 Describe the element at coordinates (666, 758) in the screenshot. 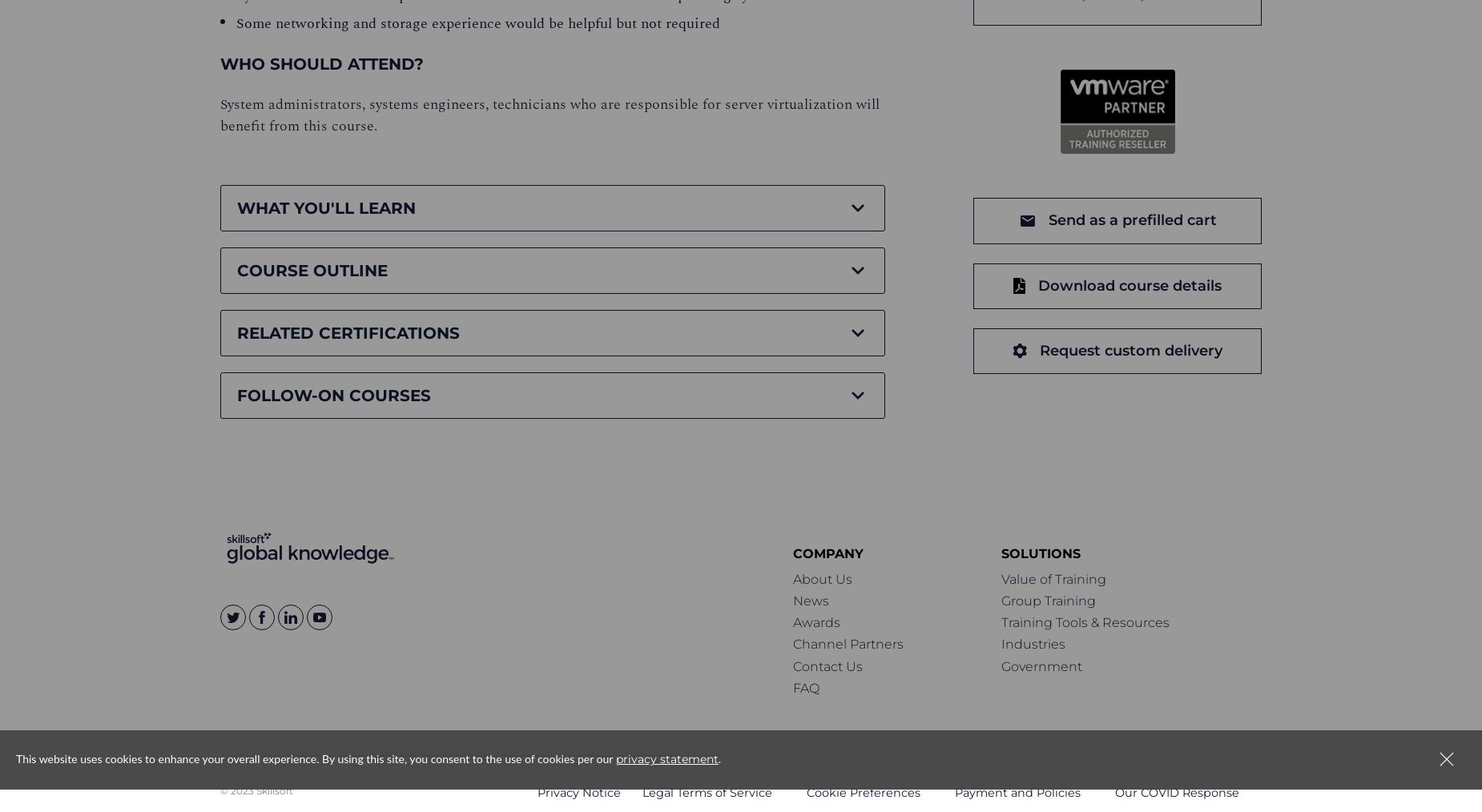

I see `'privacy statement'` at that location.